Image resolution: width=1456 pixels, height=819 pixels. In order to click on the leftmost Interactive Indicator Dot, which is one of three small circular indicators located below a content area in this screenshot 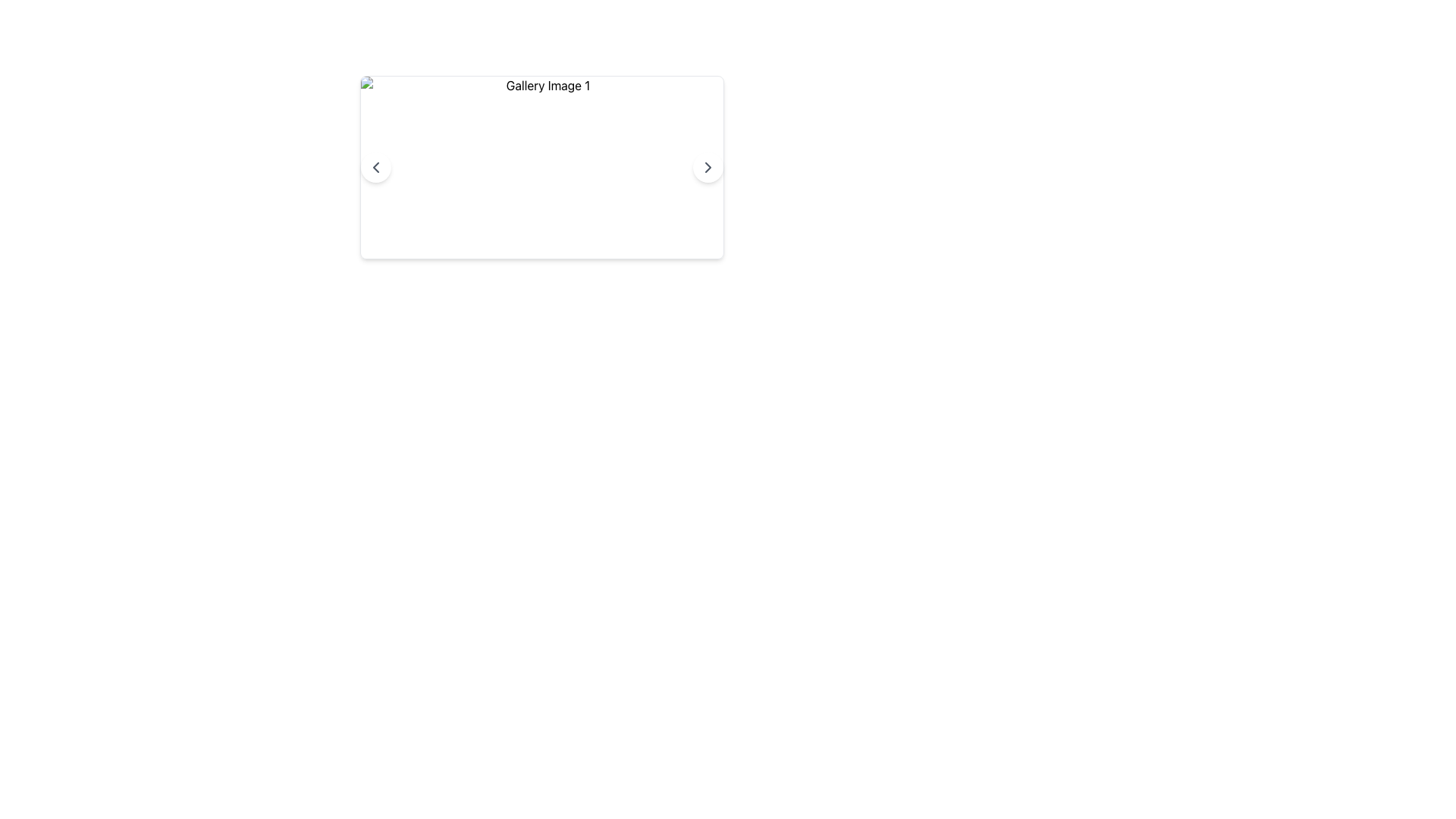, I will do `click(524, 271)`.